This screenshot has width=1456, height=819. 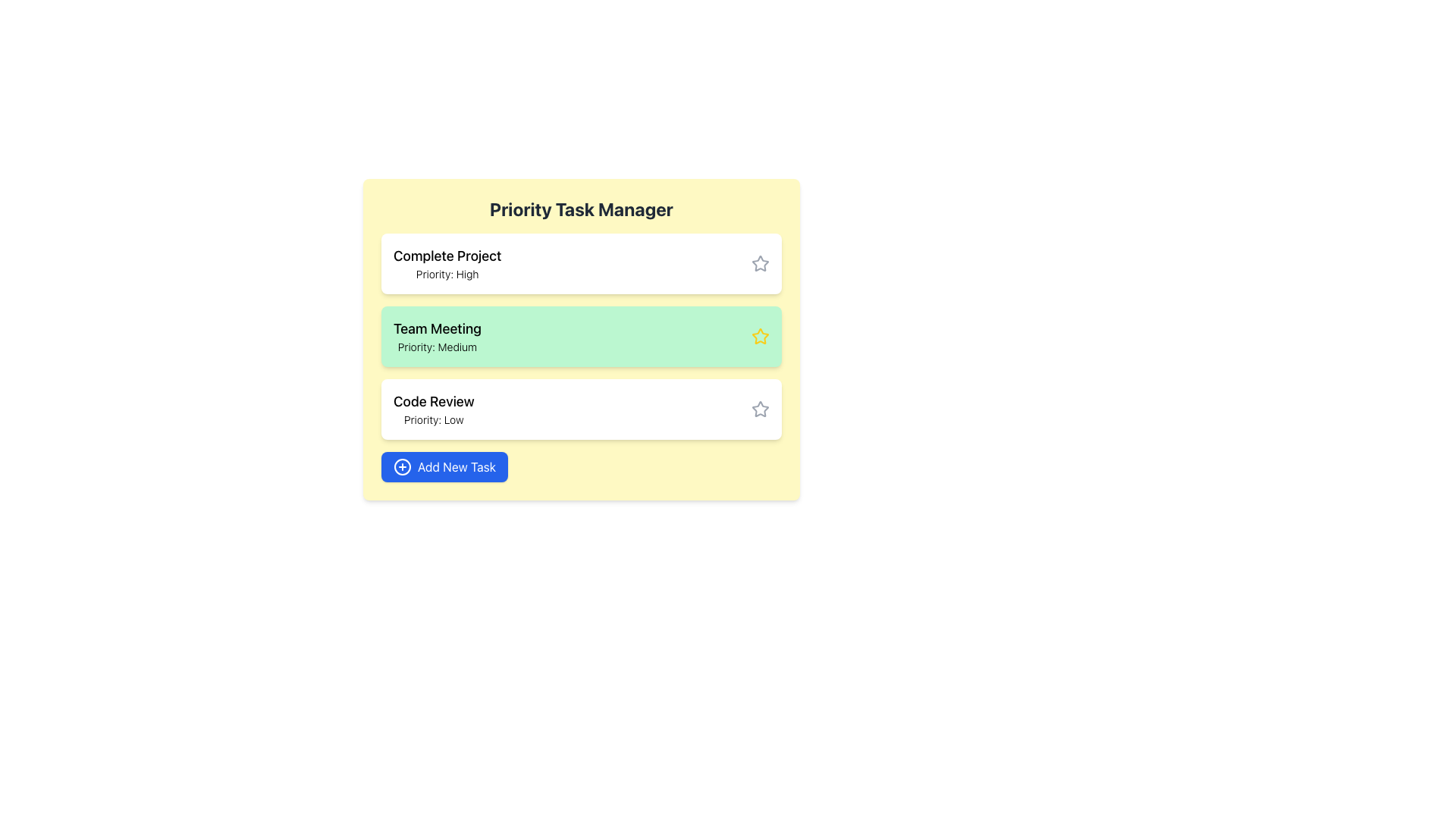 What do you see at coordinates (447, 275) in the screenshot?
I see `the priority level label located below the title text 'Complete Project' in the first task box of the list` at bounding box center [447, 275].